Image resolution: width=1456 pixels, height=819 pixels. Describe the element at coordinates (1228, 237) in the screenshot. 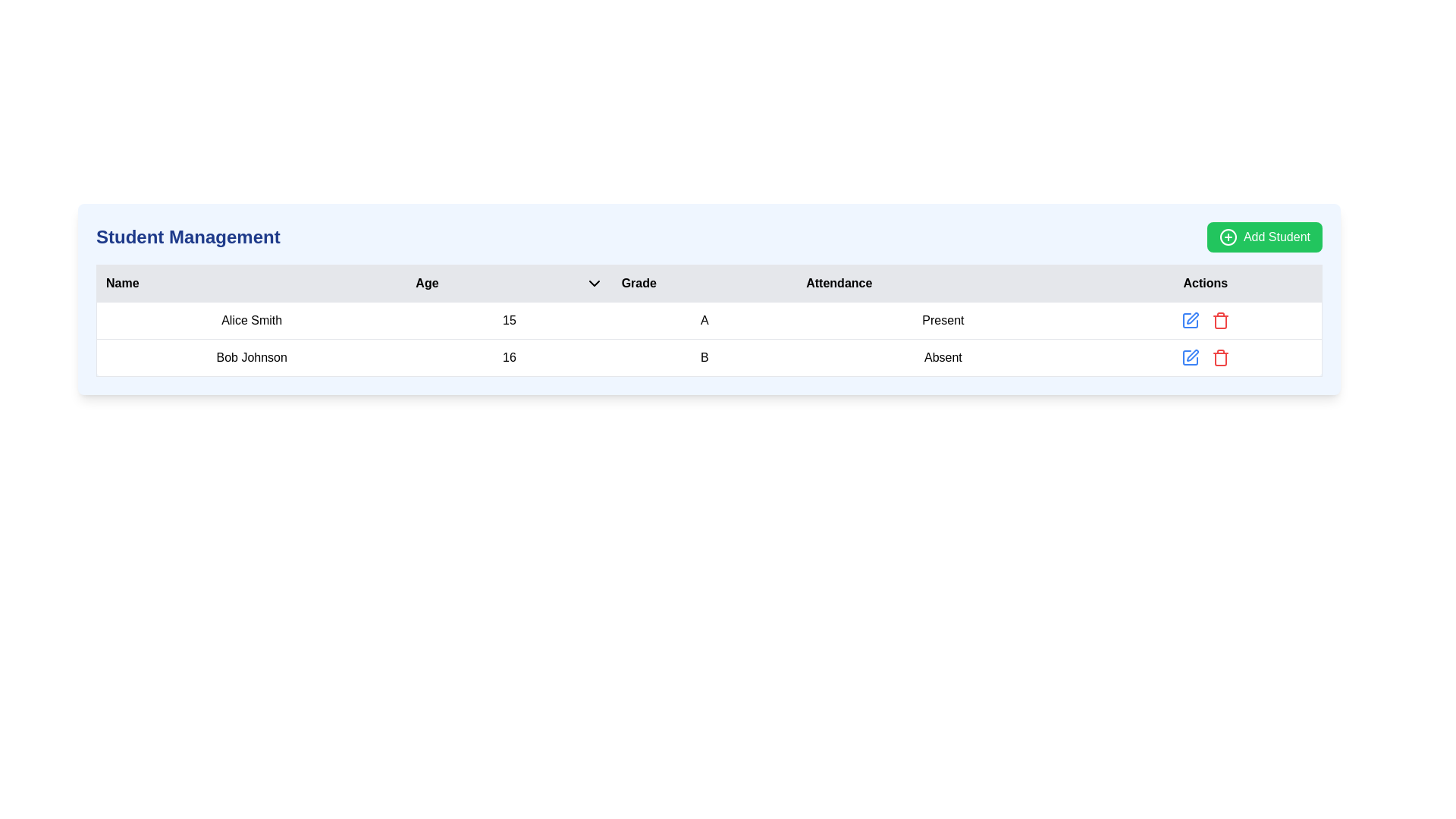

I see `the circular icon located at the center of the 'Add Student' button in green at the top right corner of the interface` at that location.